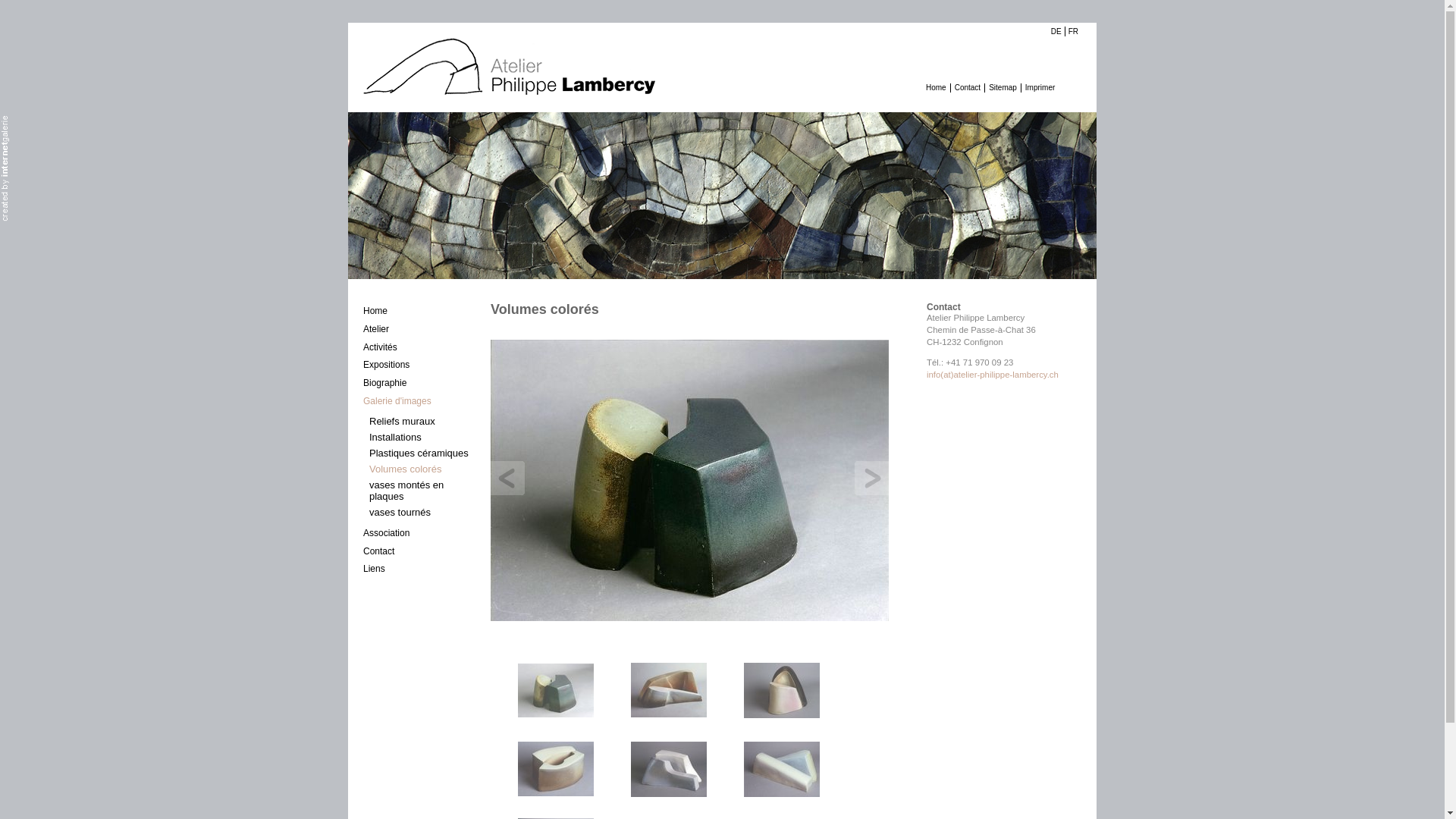 The image size is (1456, 819). Describe the element at coordinates (419, 532) in the screenshot. I see `'Association'` at that location.